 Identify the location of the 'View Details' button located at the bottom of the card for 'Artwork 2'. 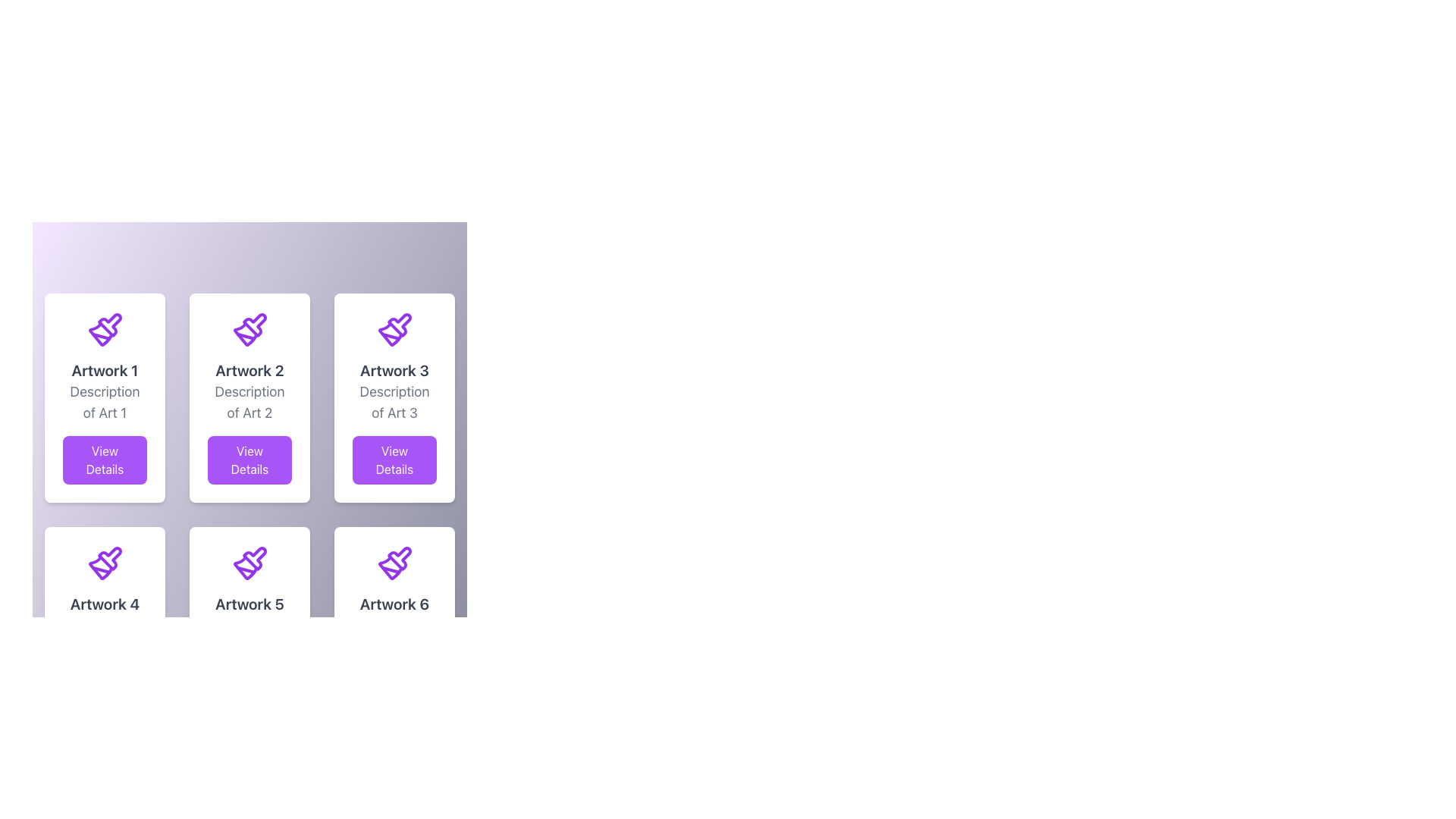
(249, 459).